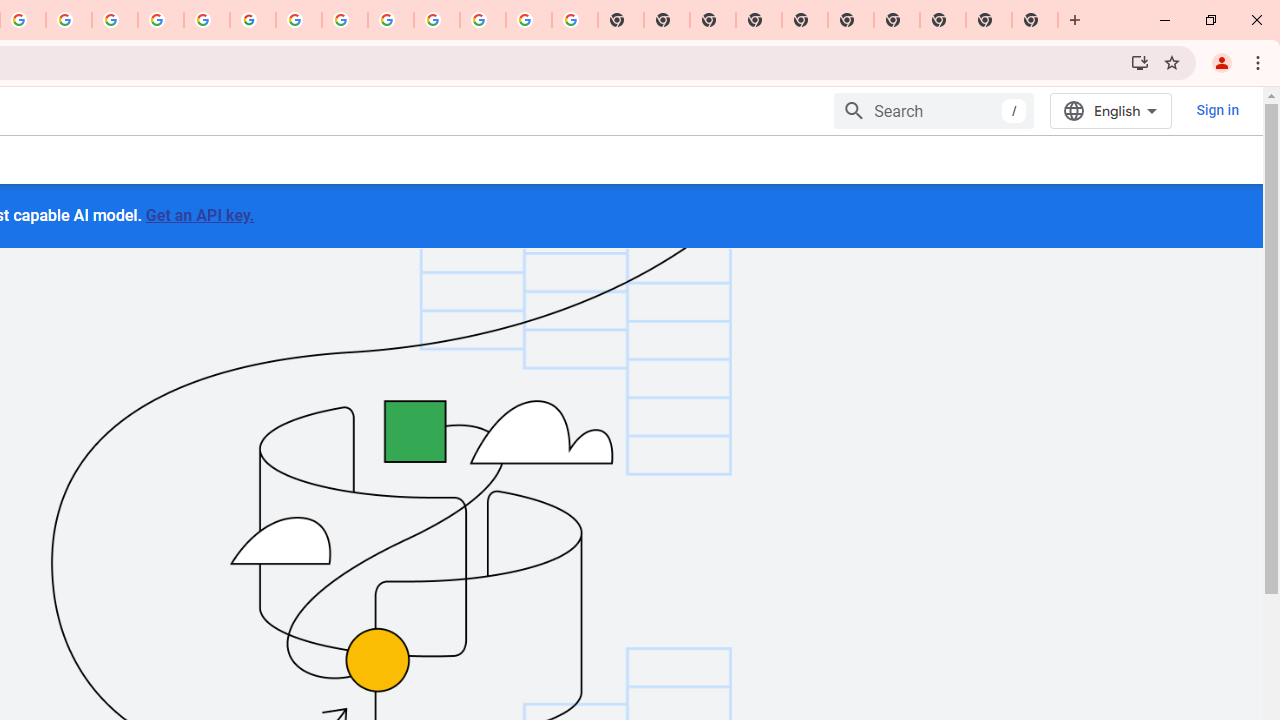 Image resolution: width=1280 pixels, height=720 pixels. Describe the element at coordinates (199, 215) in the screenshot. I see `'Get an API key.'` at that location.